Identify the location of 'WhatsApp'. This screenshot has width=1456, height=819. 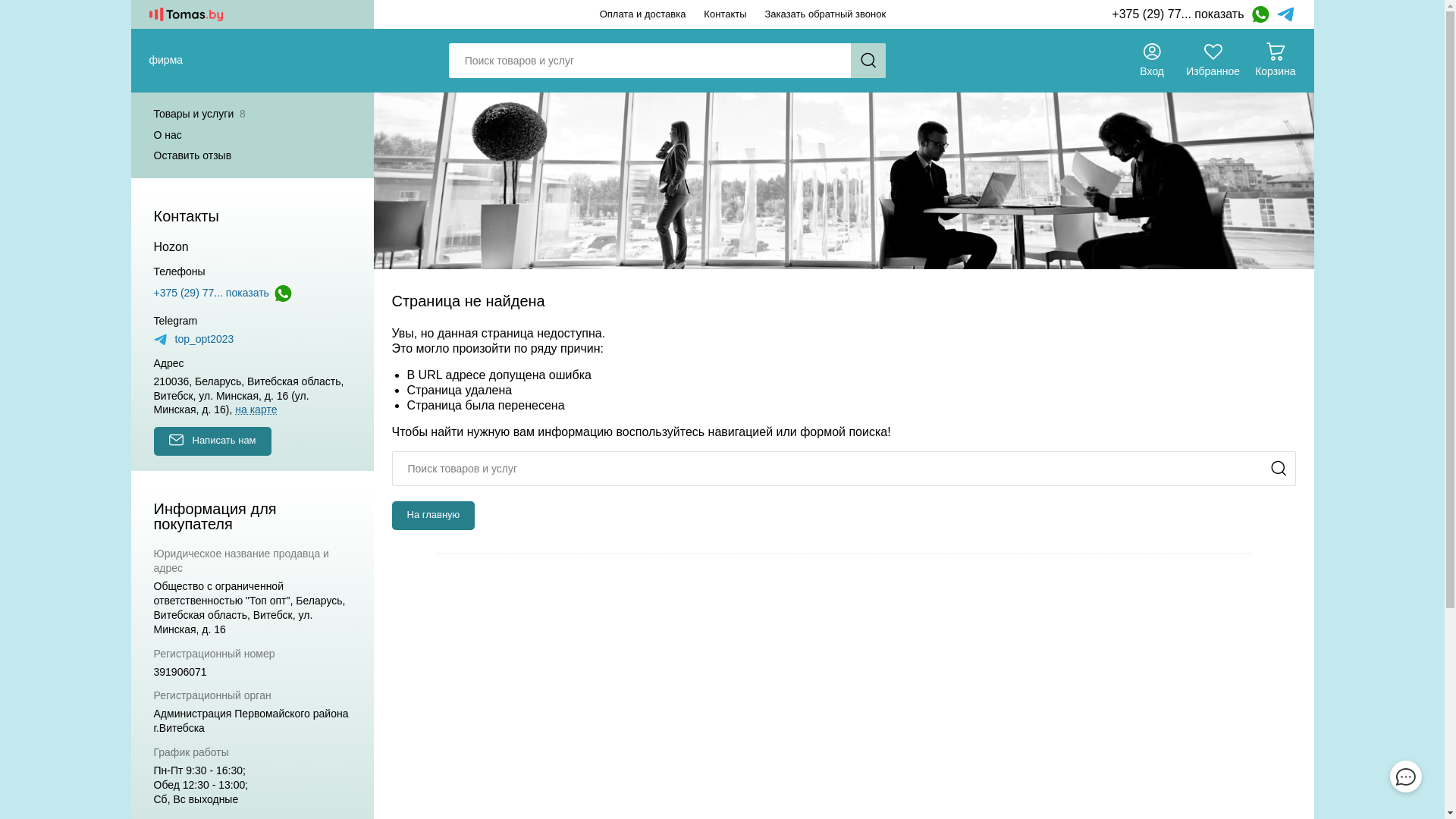
(1260, 14).